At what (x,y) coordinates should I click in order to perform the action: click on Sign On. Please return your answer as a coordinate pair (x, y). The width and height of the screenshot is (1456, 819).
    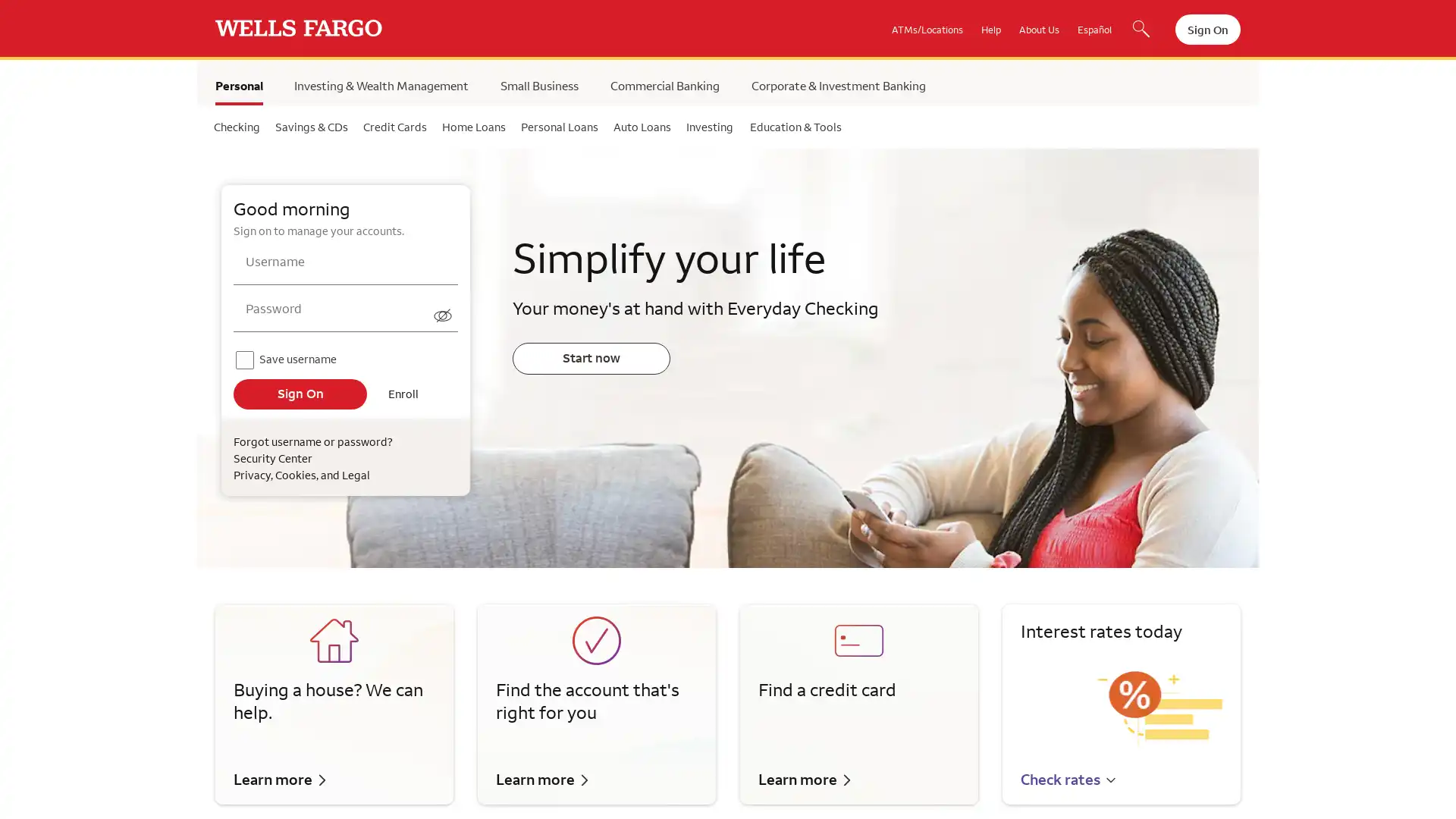
    Looking at the image, I should click on (300, 393).